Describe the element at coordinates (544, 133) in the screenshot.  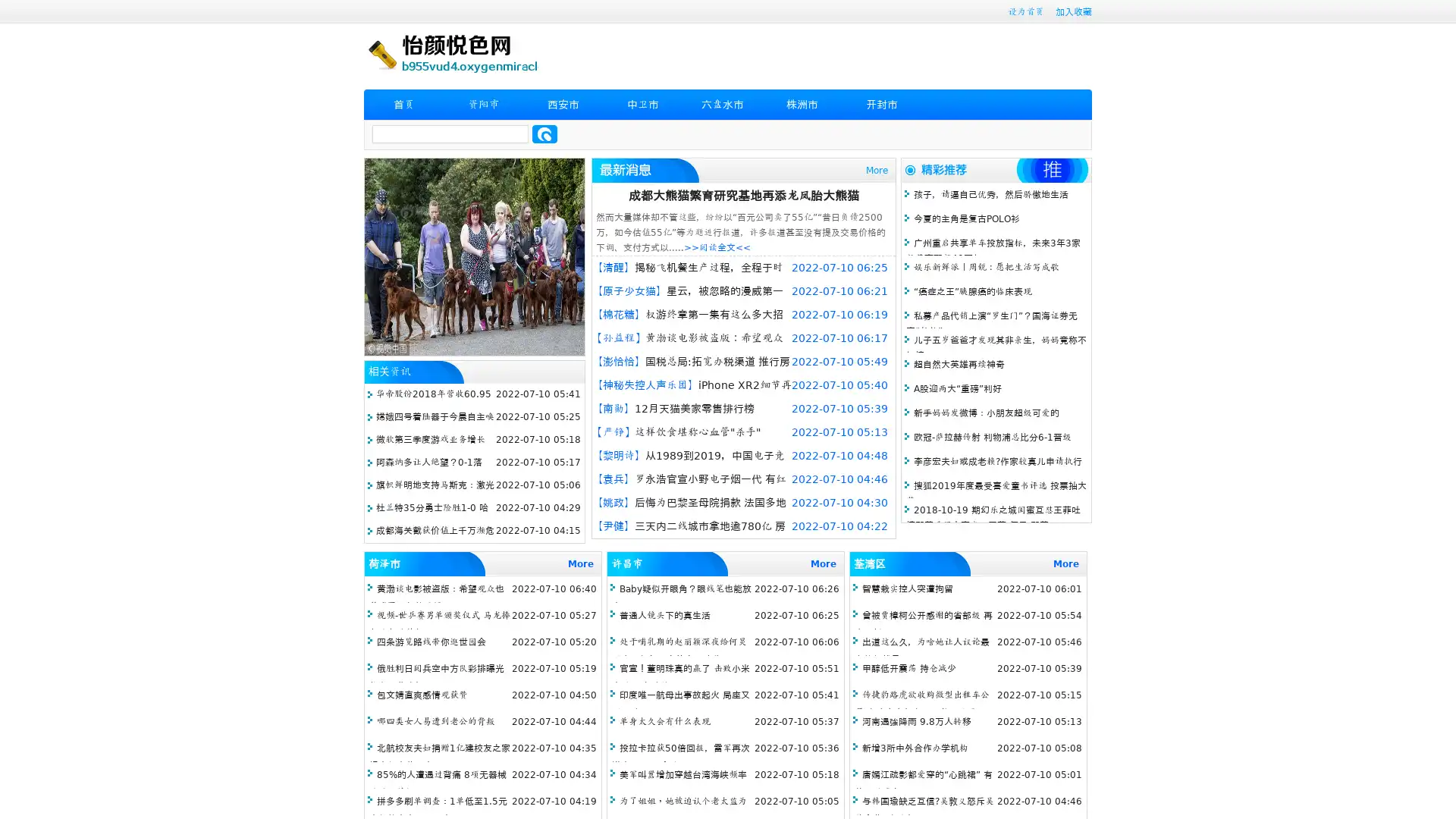
I see `Search` at that location.